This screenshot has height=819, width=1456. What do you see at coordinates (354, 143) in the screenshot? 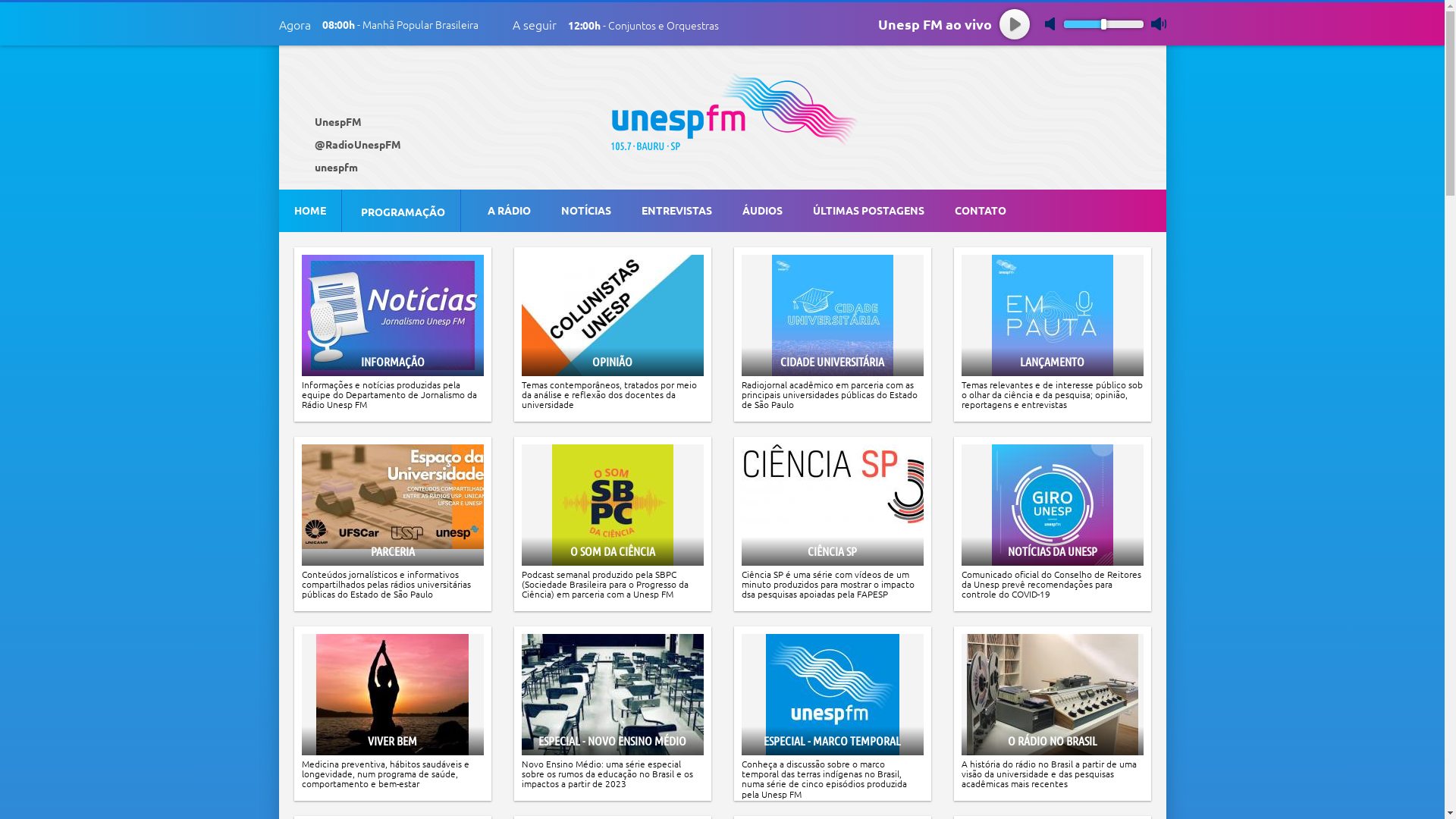
I see `' @RadioUnespFM'` at bounding box center [354, 143].